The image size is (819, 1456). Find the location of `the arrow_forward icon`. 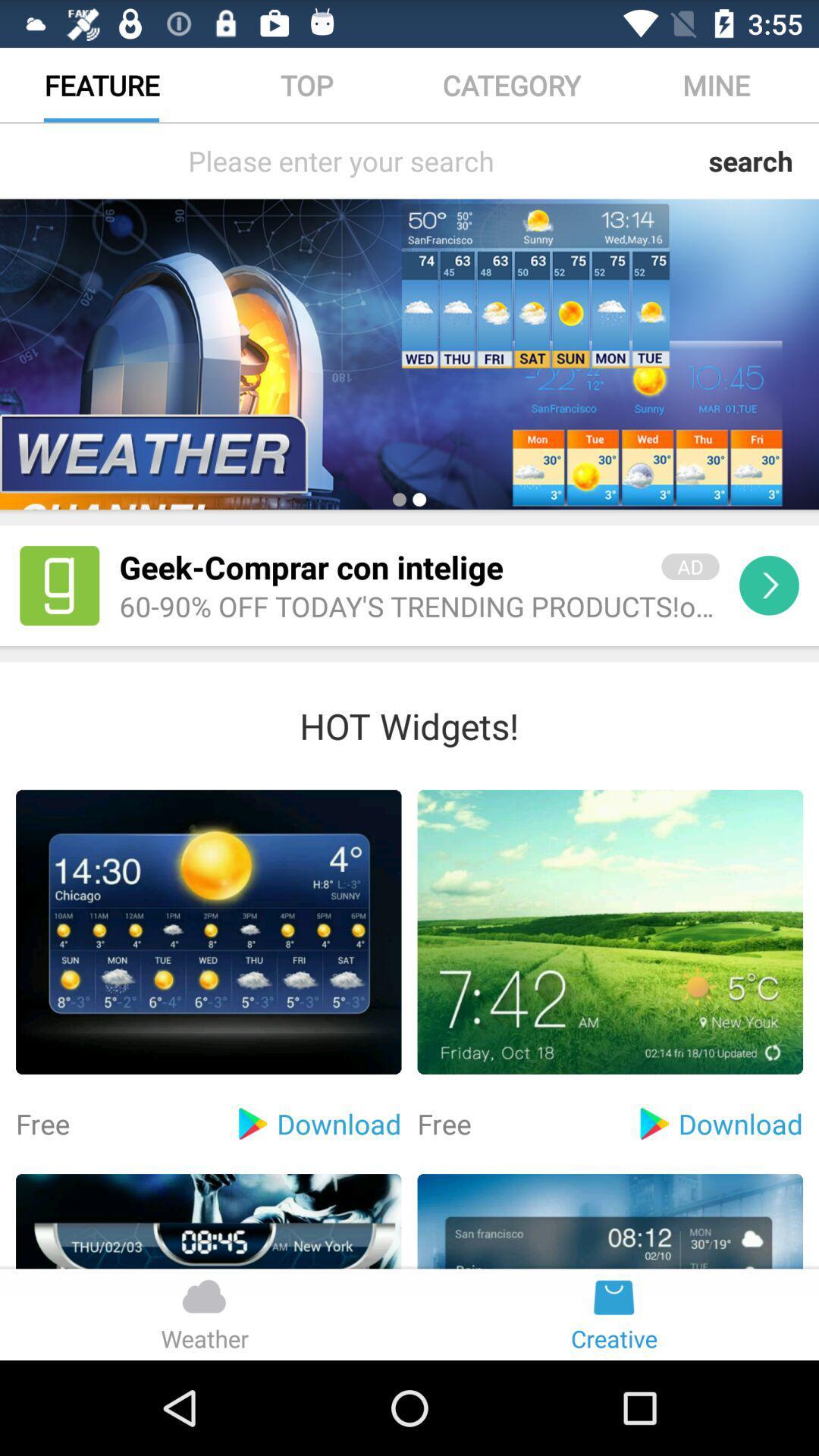

the arrow_forward icon is located at coordinates (769, 626).